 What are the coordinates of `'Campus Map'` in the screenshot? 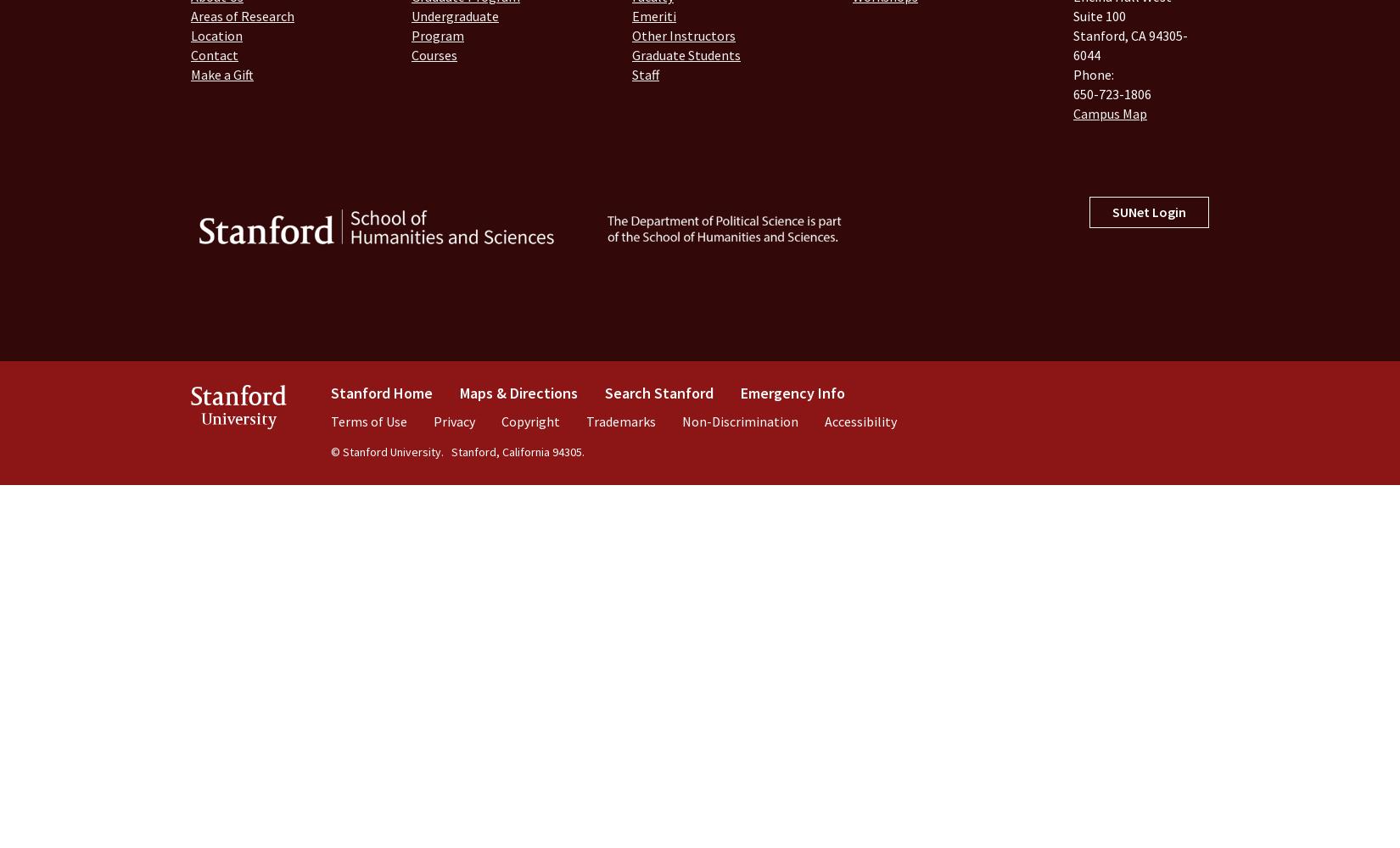 It's located at (1109, 113).